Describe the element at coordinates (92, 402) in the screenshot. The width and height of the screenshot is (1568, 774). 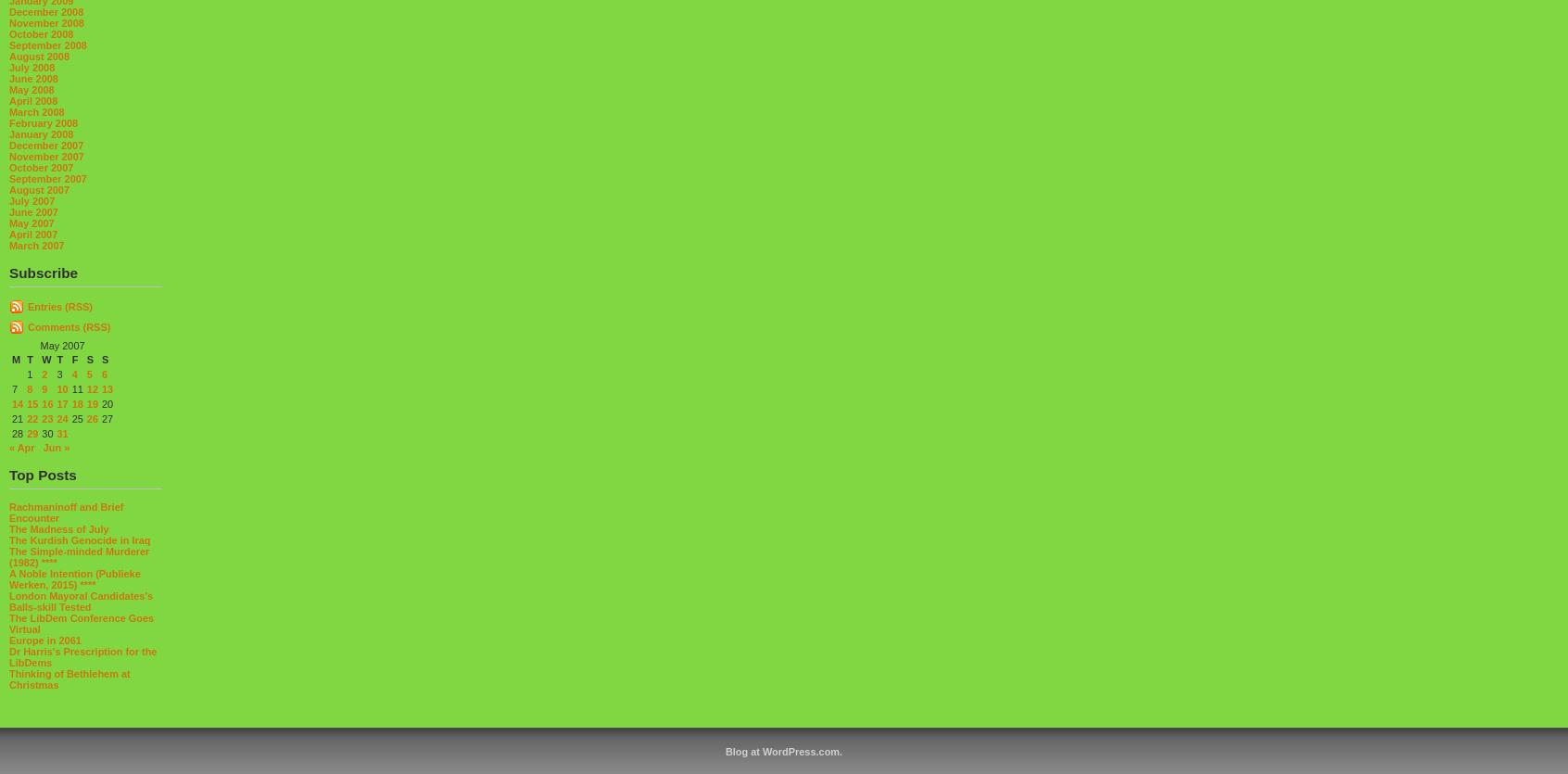
I see `'19'` at that location.